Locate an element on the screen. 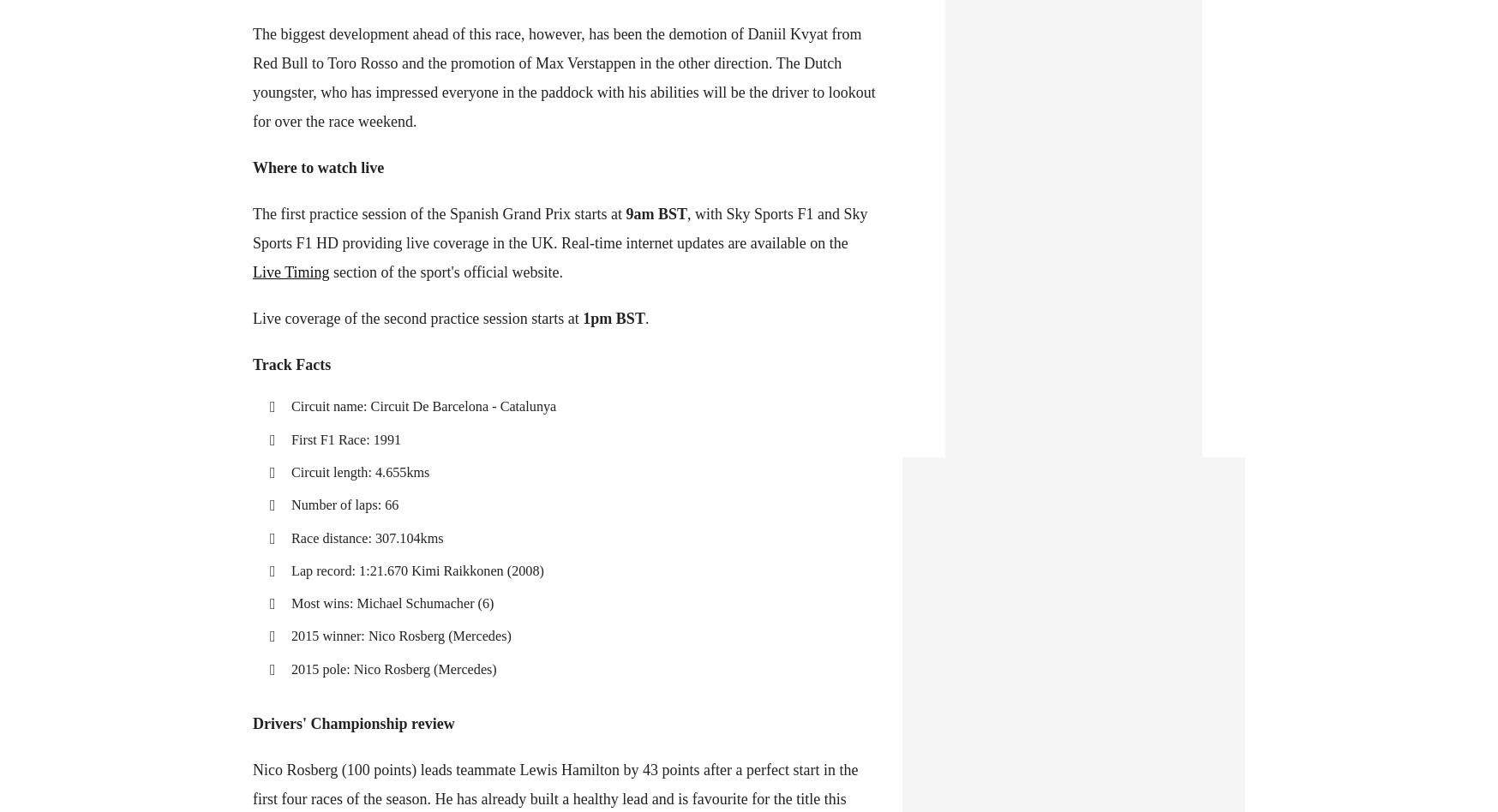 The height and width of the screenshot is (812, 1498). '2015 pole: Nico Rosberg (Mercedes)' is located at coordinates (392, 668).